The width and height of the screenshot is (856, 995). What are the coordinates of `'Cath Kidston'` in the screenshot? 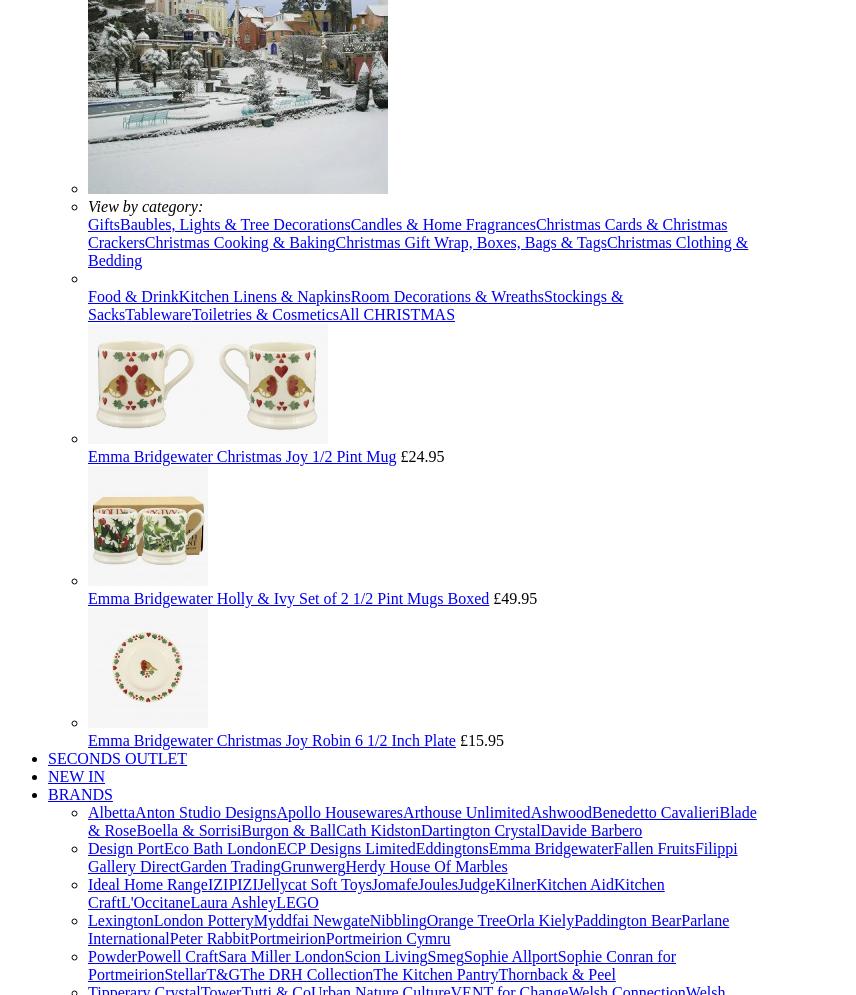 It's located at (334, 829).